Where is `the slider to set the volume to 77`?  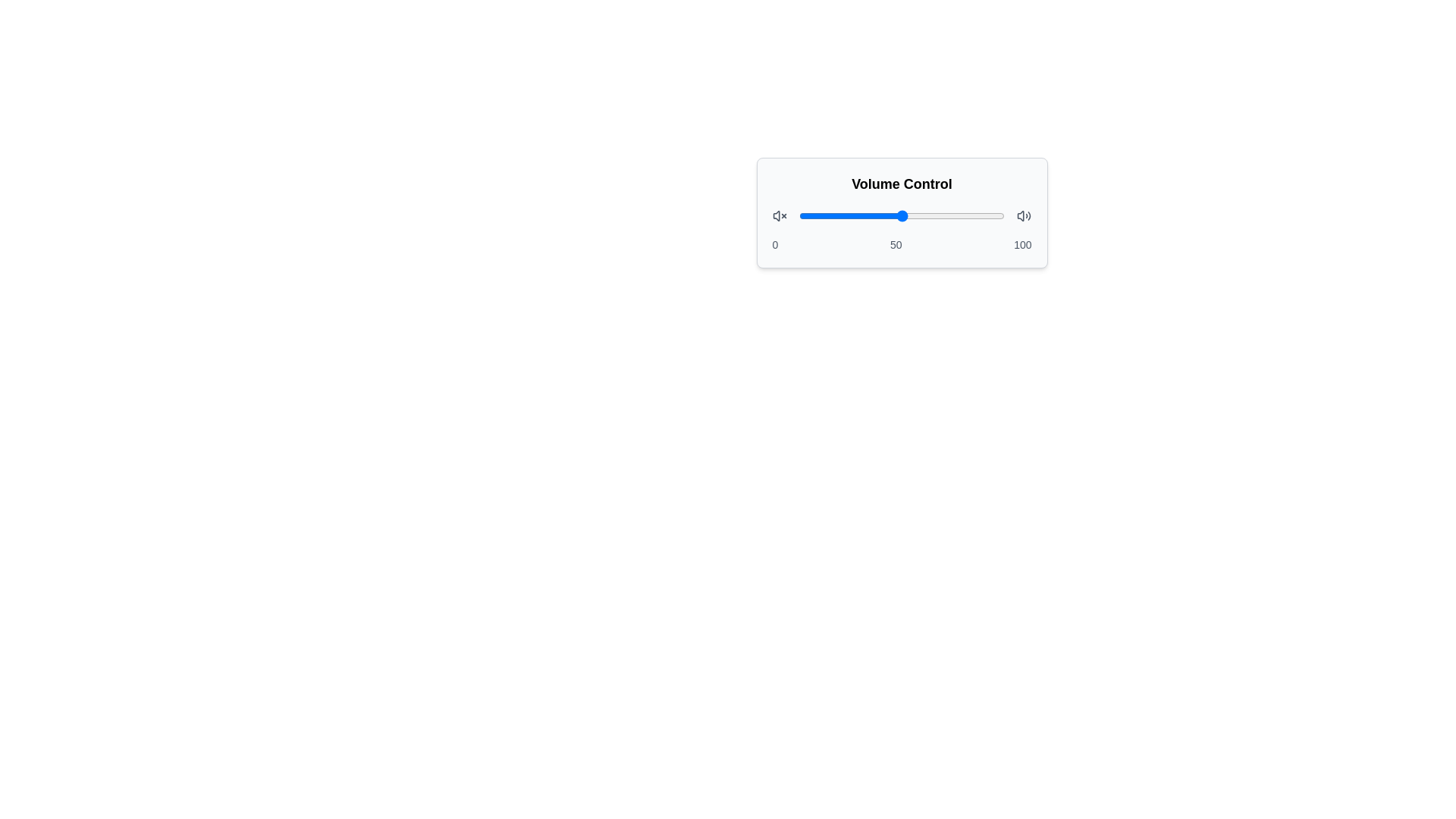
the slider to set the volume to 77 is located at coordinates (956, 216).